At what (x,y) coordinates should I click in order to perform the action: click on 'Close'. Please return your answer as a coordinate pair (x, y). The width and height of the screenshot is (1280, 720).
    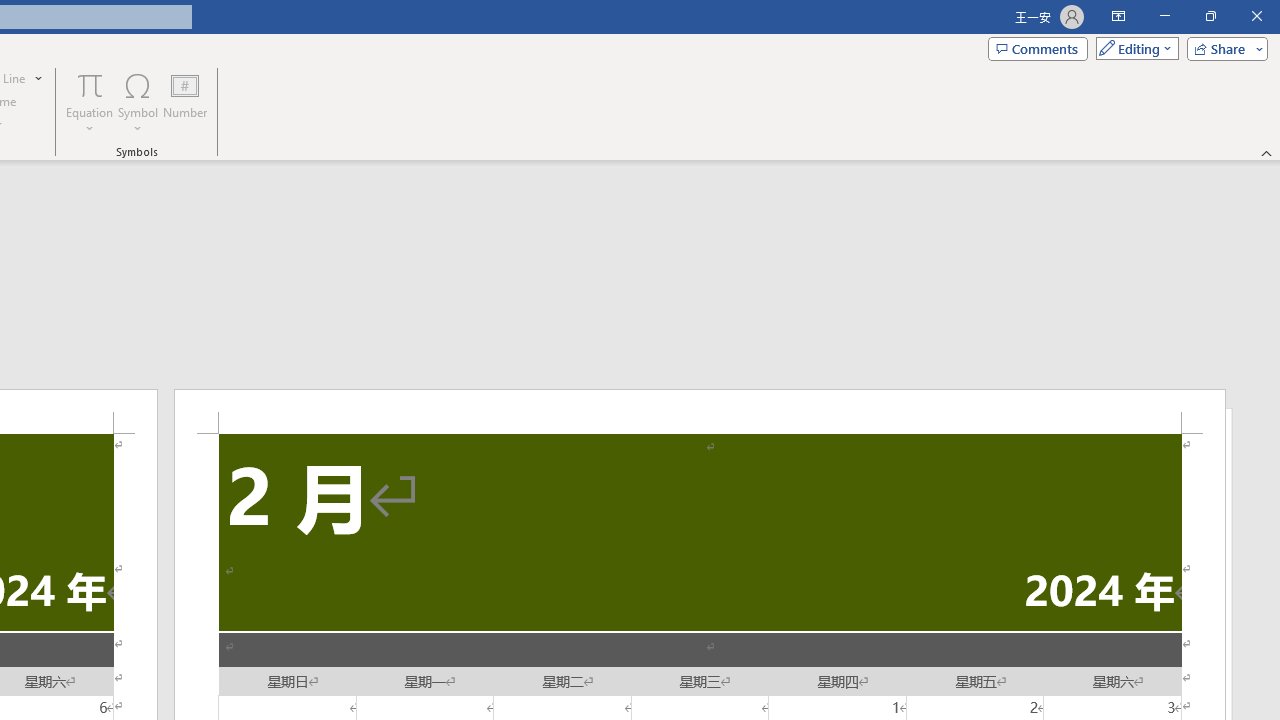
    Looking at the image, I should click on (1255, 16).